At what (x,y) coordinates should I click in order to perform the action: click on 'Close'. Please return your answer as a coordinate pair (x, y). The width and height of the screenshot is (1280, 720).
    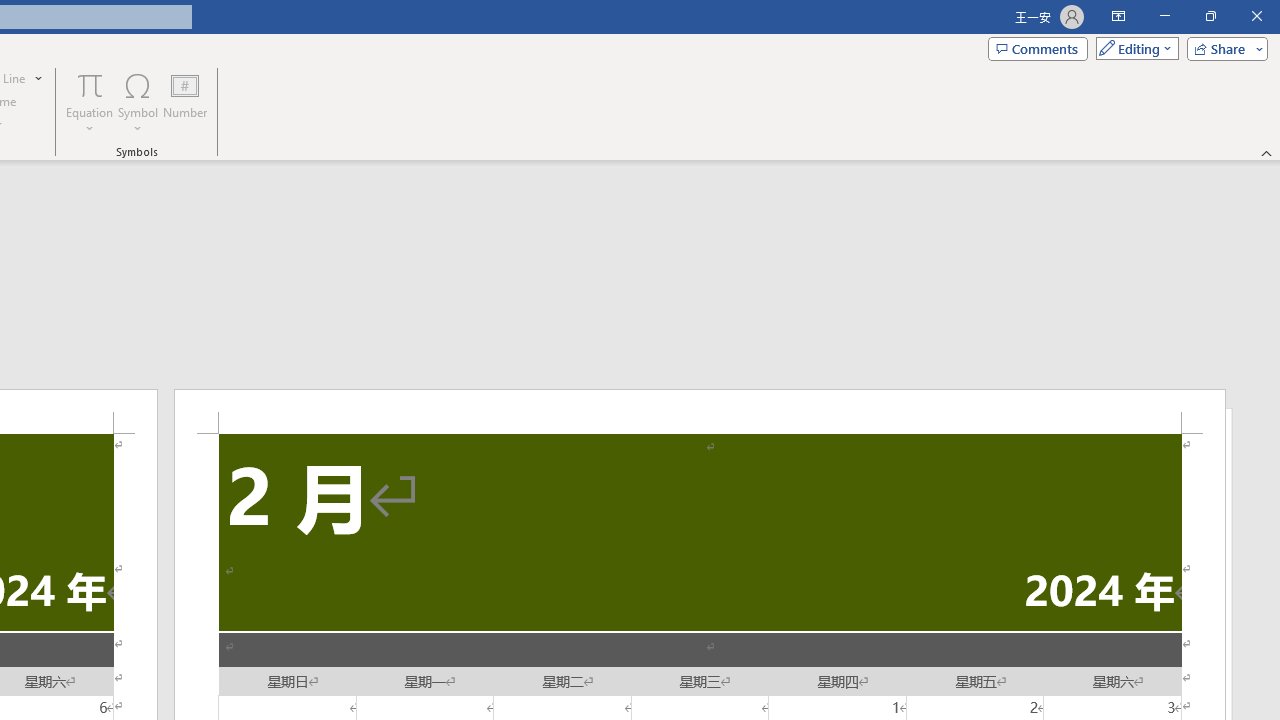
    Looking at the image, I should click on (1255, 16).